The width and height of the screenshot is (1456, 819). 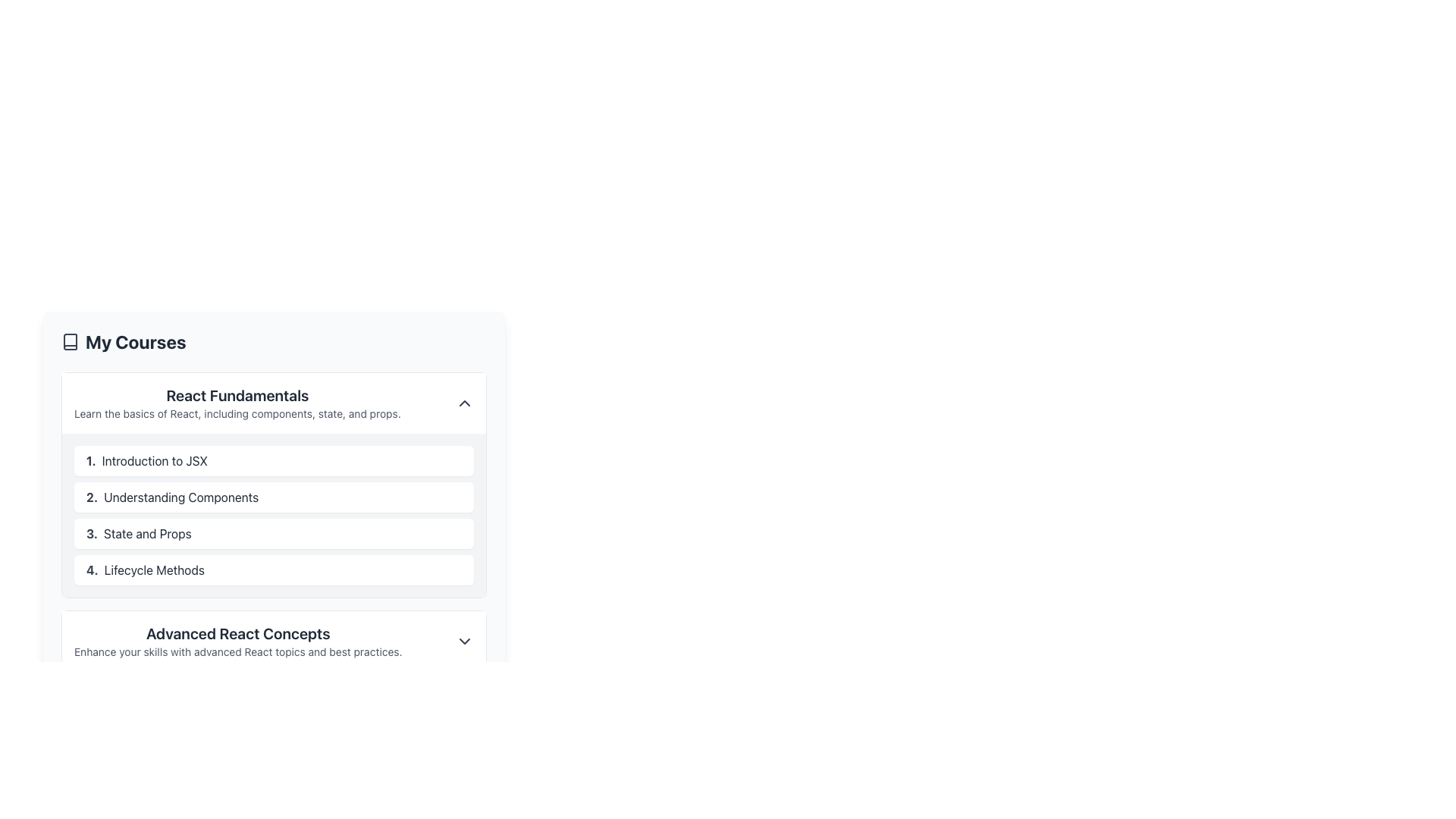 I want to click on the 'Advanced React Concepts' Collapsible Section Header to interact with the section and expand or collapse its content, so click(x=274, y=641).